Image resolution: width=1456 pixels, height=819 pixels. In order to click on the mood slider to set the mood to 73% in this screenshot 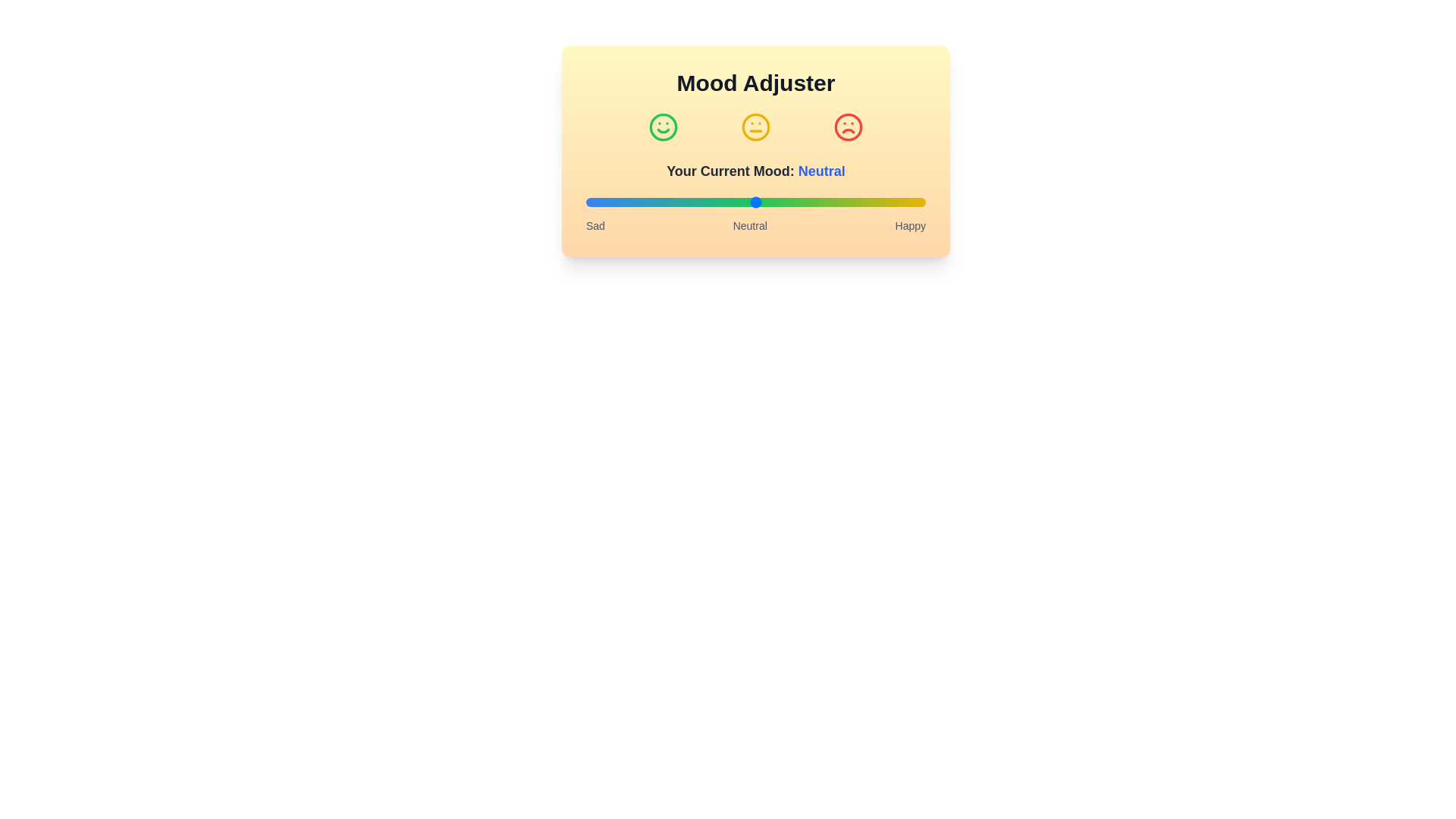, I will do `click(833, 201)`.